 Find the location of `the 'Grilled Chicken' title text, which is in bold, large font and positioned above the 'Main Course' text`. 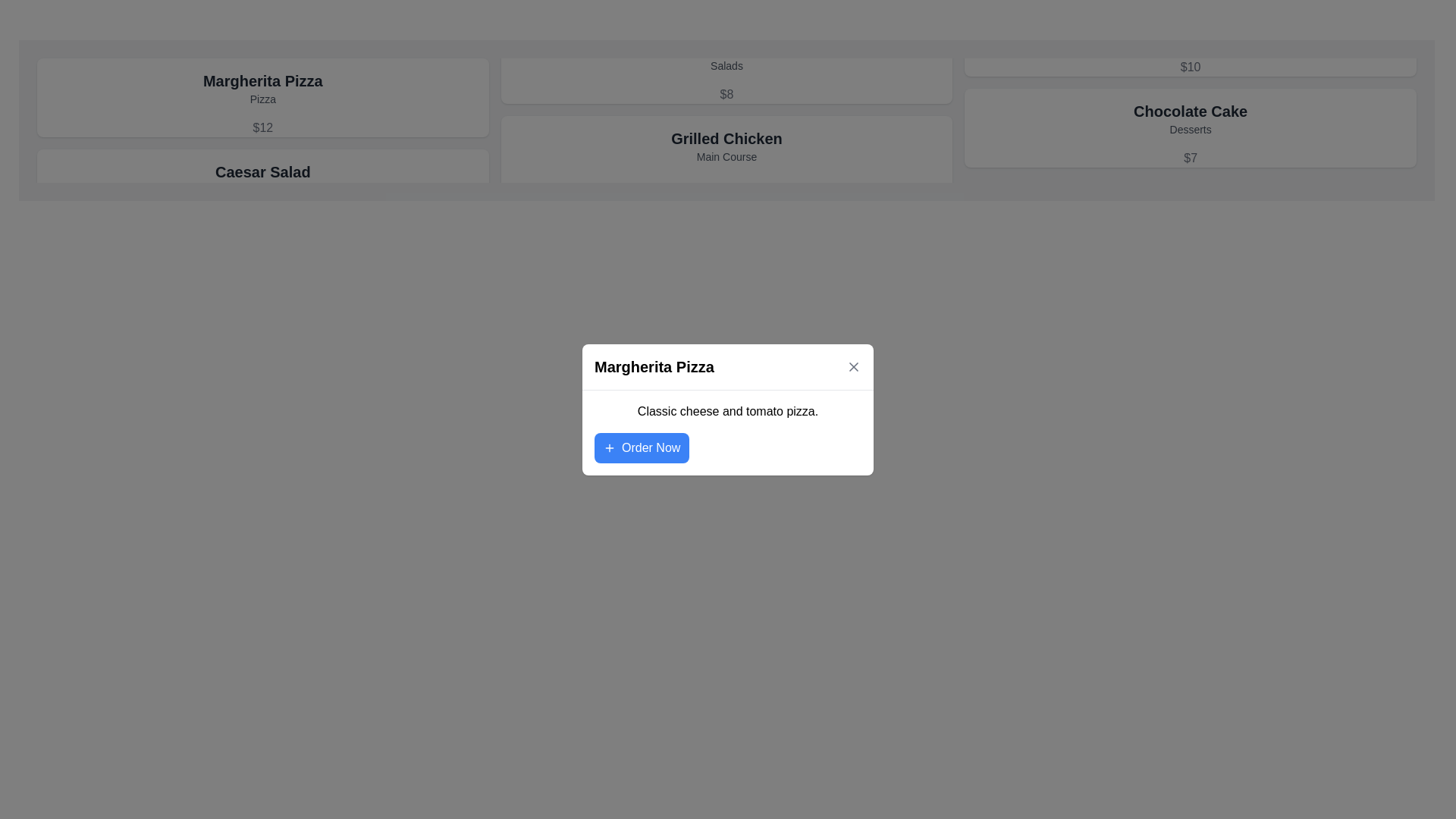

the 'Grilled Chicken' title text, which is in bold, large font and positioned above the 'Main Course' text is located at coordinates (726, 138).